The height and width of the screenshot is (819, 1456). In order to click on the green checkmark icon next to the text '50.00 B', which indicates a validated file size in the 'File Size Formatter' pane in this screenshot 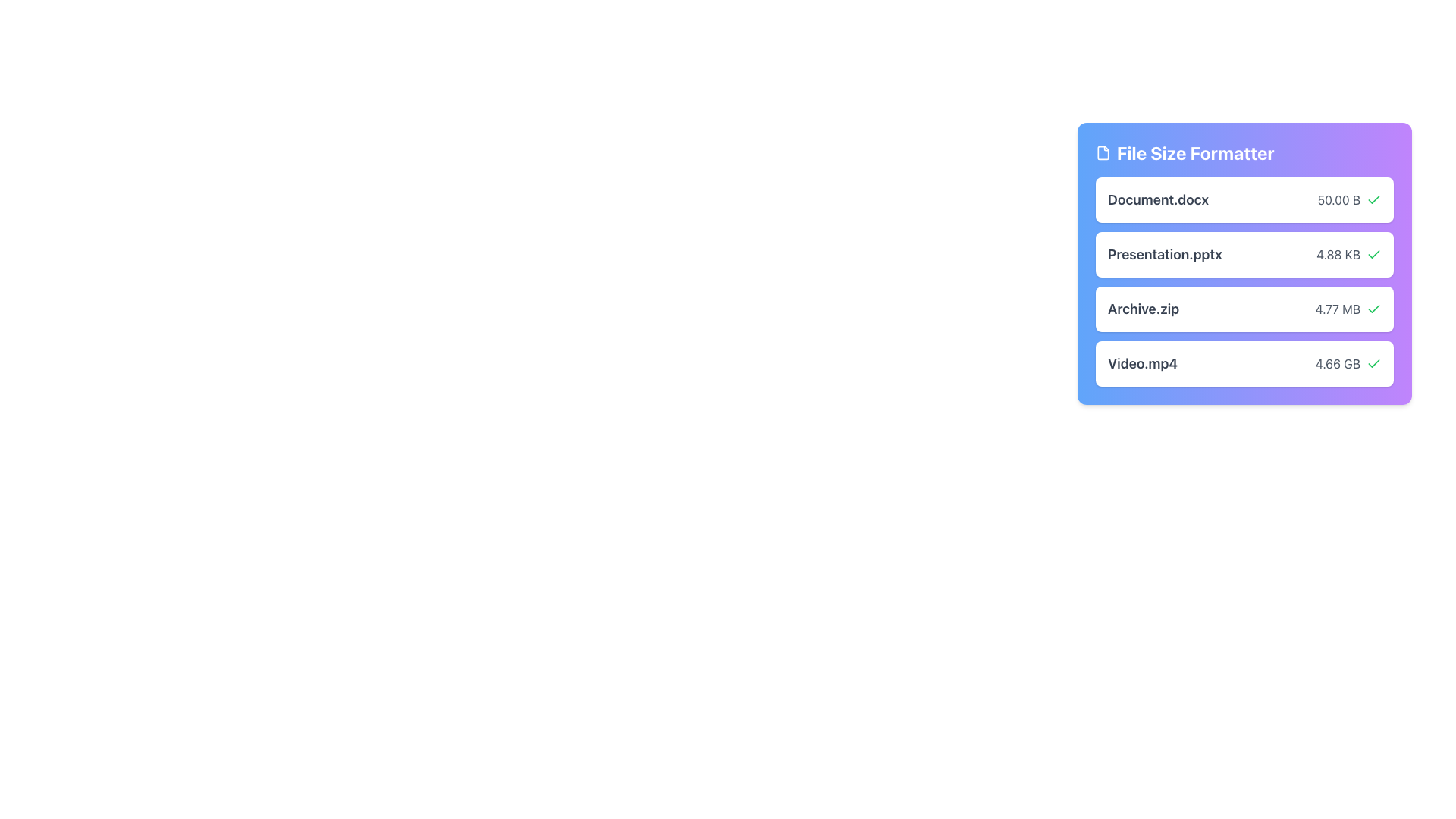, I will do `click(1349, 199)`.